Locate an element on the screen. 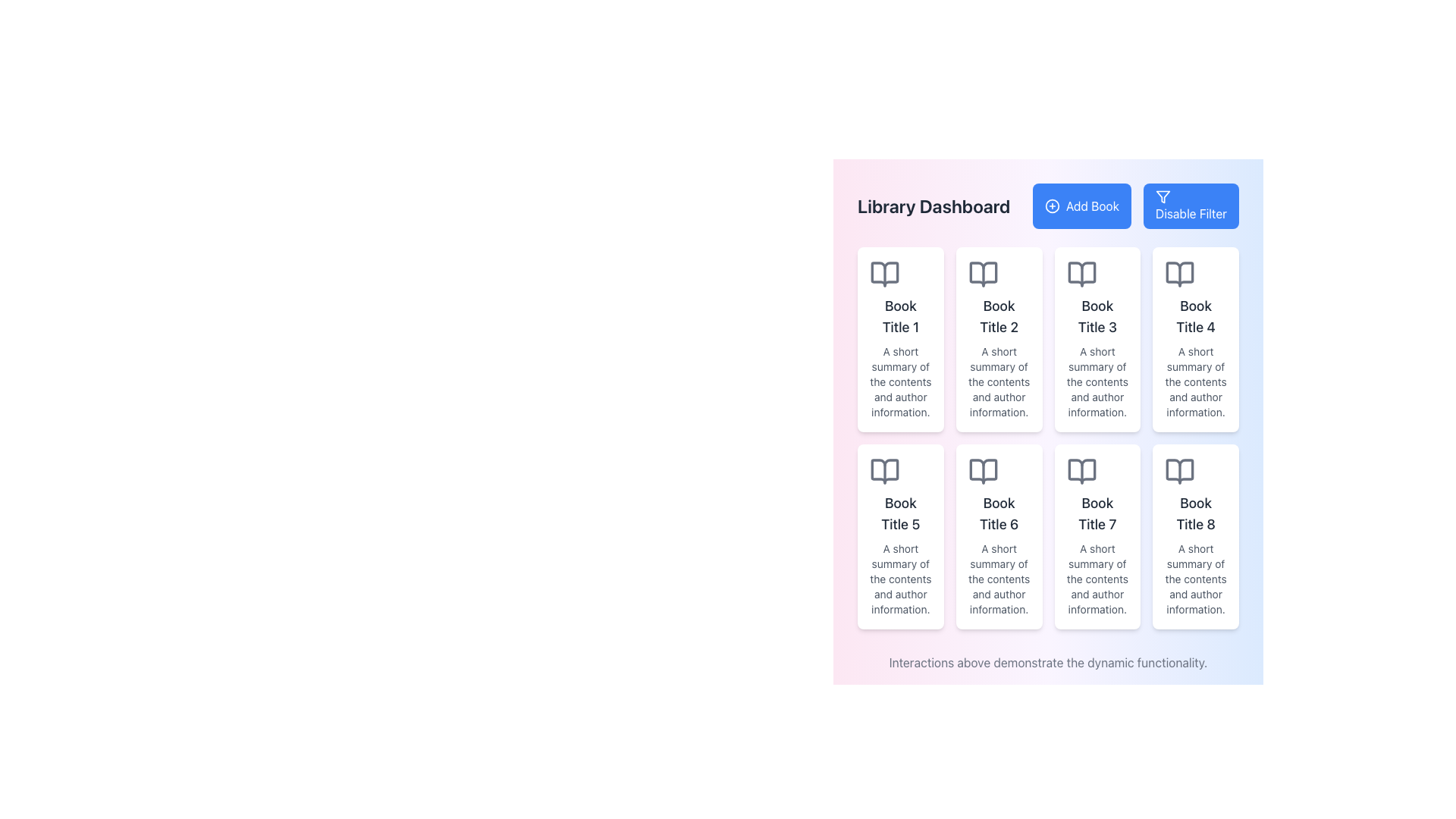 This screenshot has height=819, width=1456. the open book icon with a gray color and minimalistic outline, positioned above 'Book Title 2' in the second card of the top row is located at coordinates (983, 275).